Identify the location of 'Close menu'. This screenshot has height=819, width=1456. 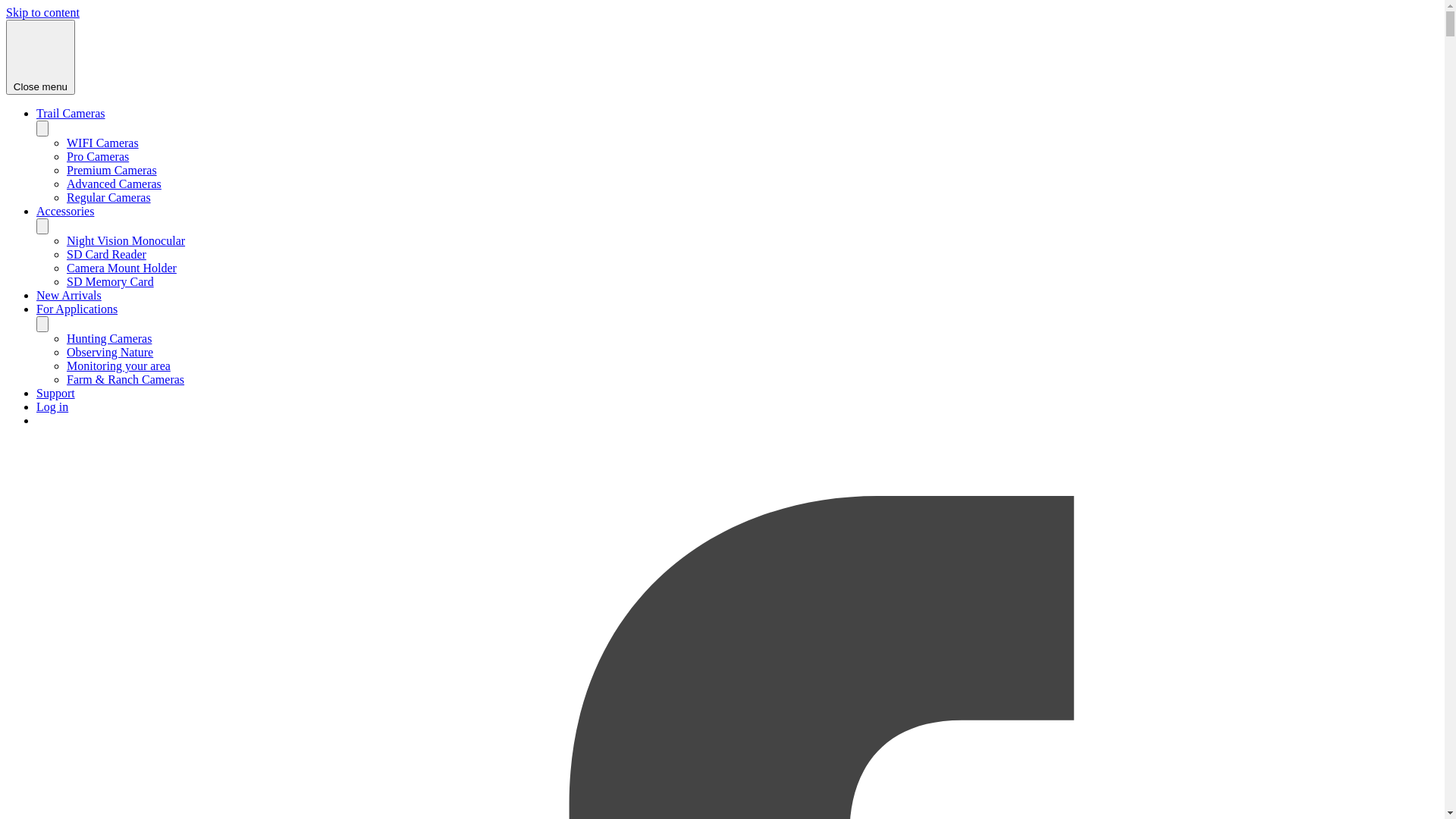
(40, 56).